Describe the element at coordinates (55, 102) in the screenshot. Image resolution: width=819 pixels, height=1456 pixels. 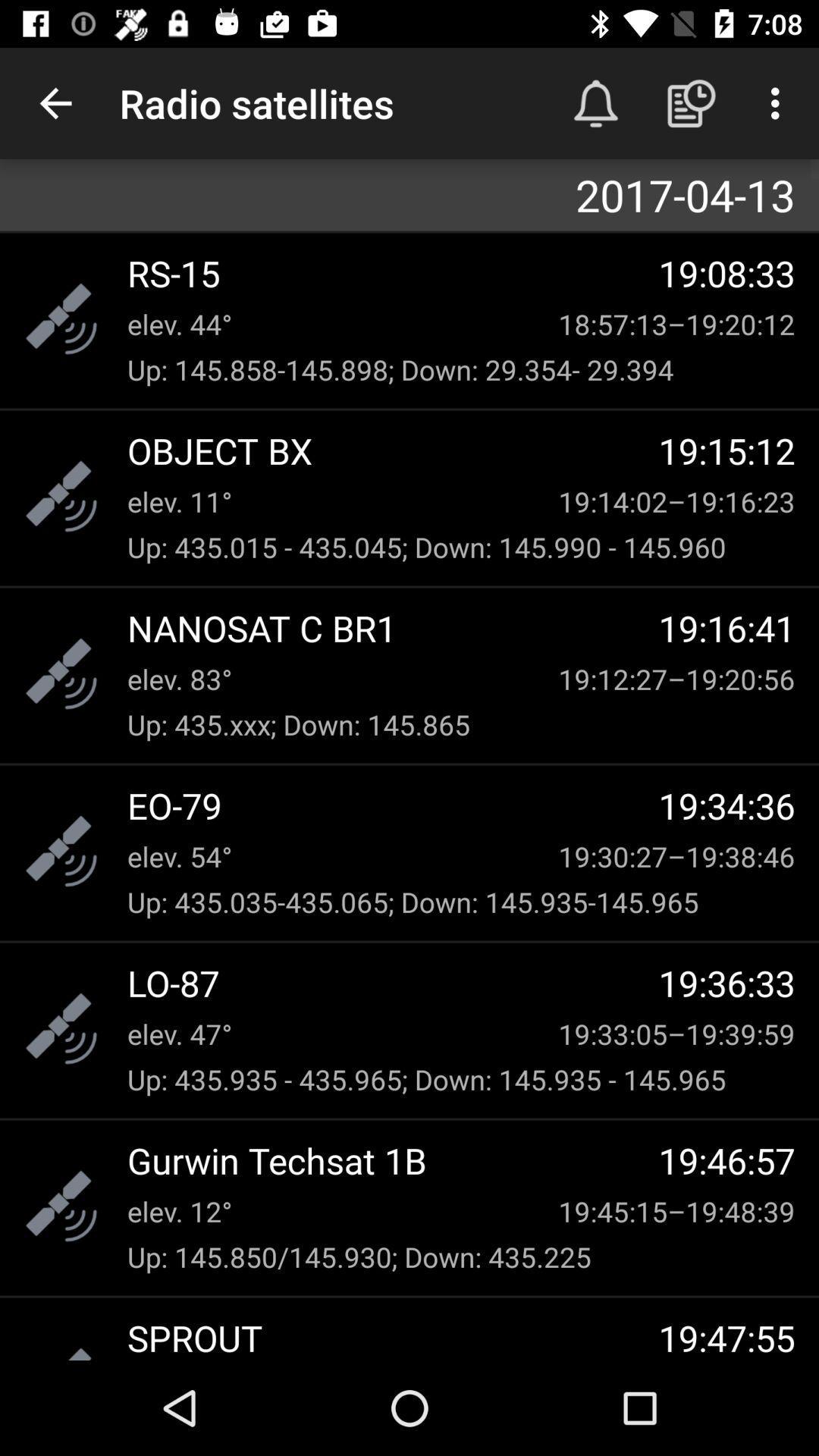
I see `icon above the 2017-04-13` at that location.